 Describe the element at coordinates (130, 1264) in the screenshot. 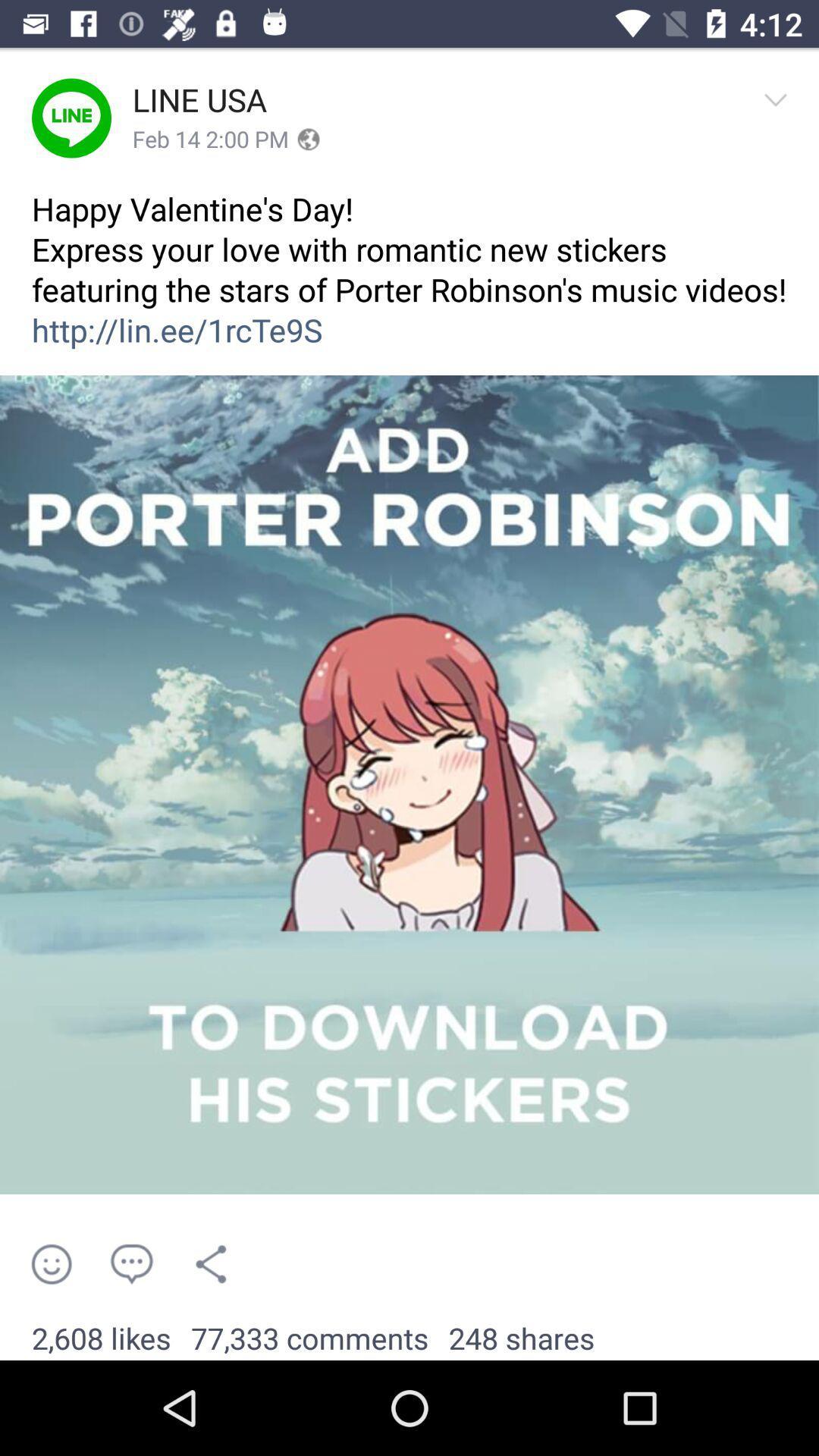

I see `the app above the 2,608 likes app` at that location.